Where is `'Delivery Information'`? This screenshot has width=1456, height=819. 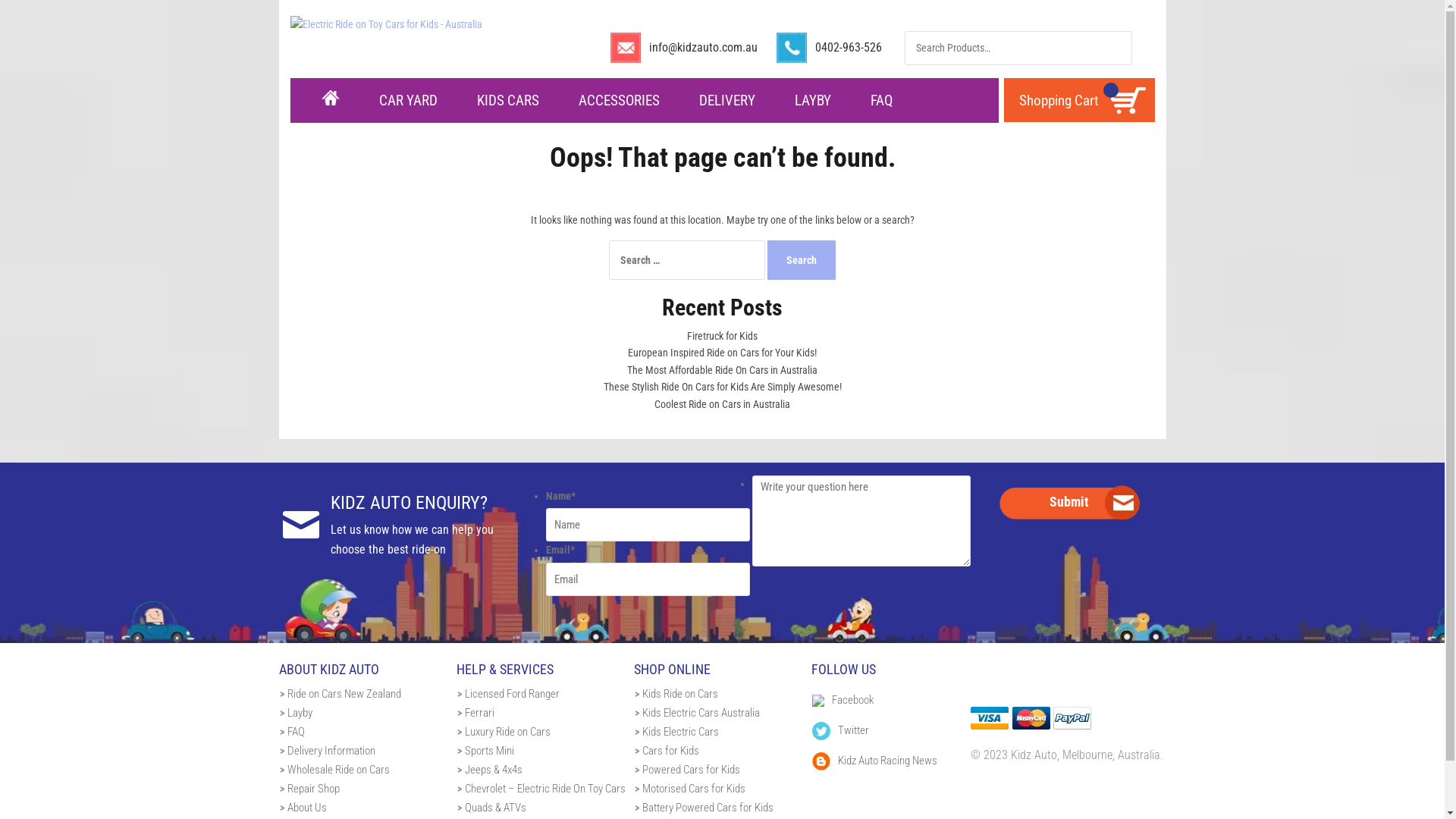 'Delivery Information' is located at coordinates (330, 751).